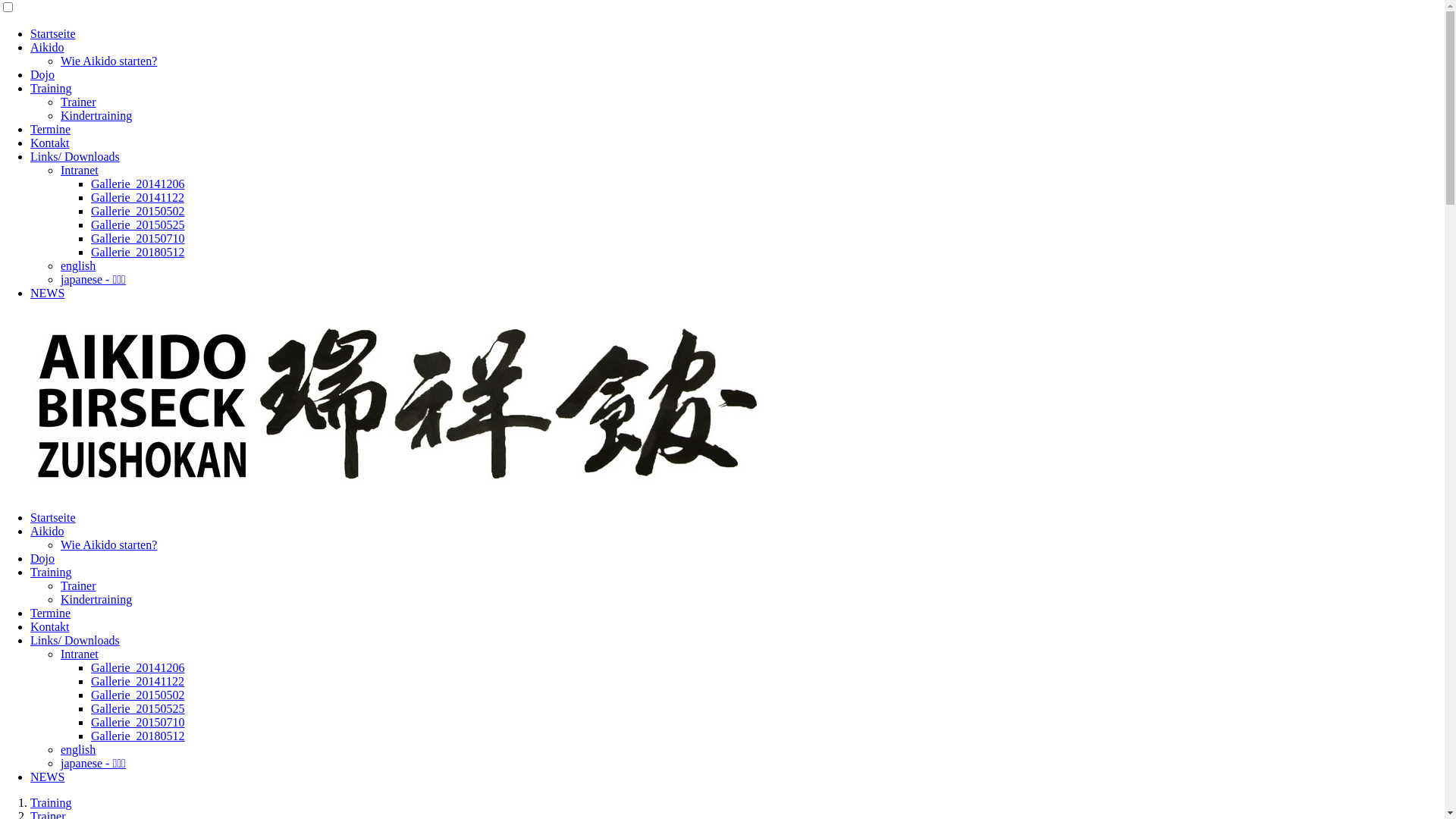 The width and height of the screenshot is (1456, 819). What do you see at coordinates (51, 802) in the screenshot?
I see `'Training'` at bounding box center [51, 802].